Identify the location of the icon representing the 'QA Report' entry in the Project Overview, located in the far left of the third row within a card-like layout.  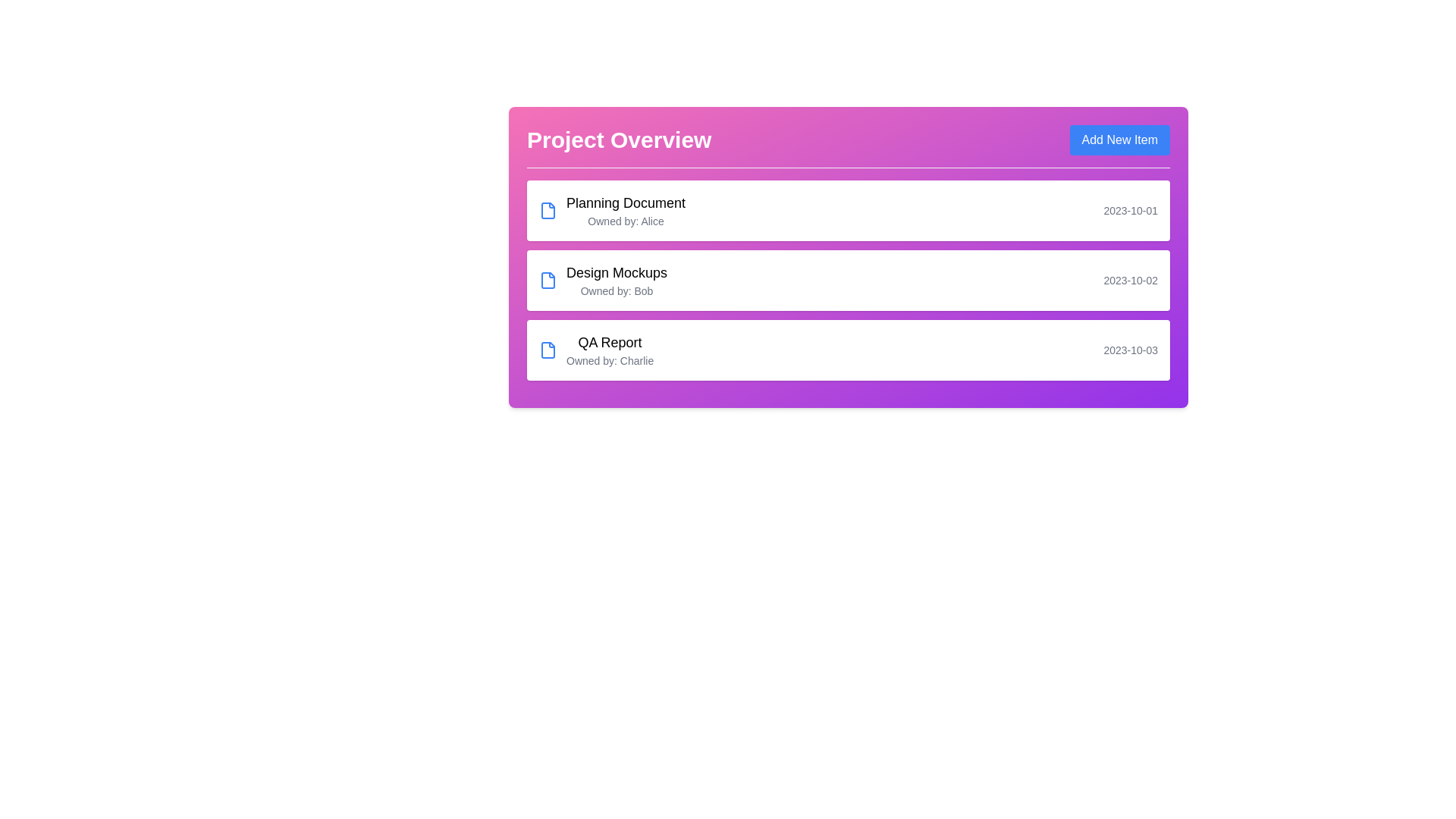
(548, 350).